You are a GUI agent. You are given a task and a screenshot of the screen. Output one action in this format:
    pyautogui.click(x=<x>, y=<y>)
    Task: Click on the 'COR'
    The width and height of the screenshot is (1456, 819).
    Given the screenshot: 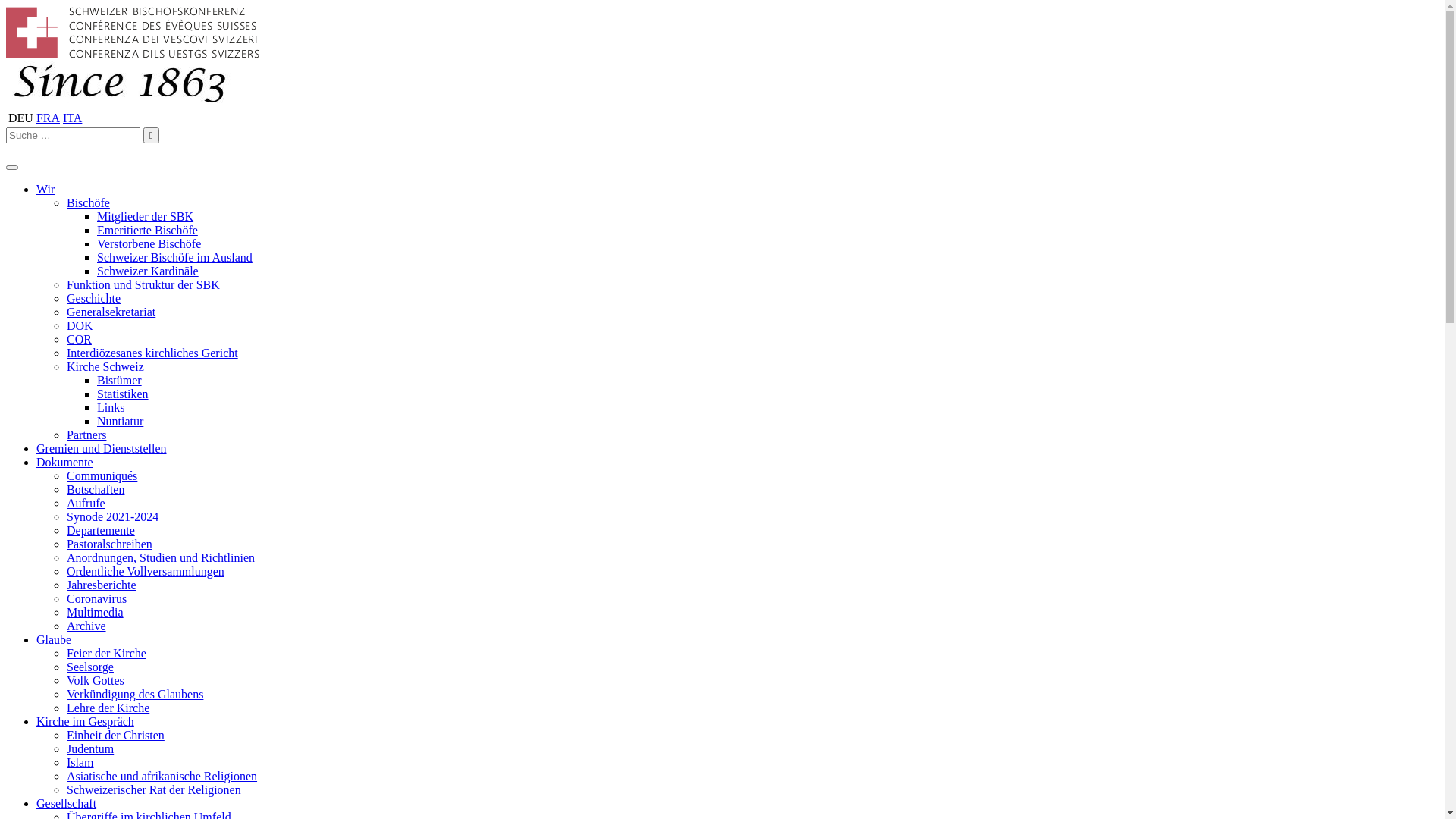 What is the action you would take?
    pyautogui.click(x=78, y=338)
    